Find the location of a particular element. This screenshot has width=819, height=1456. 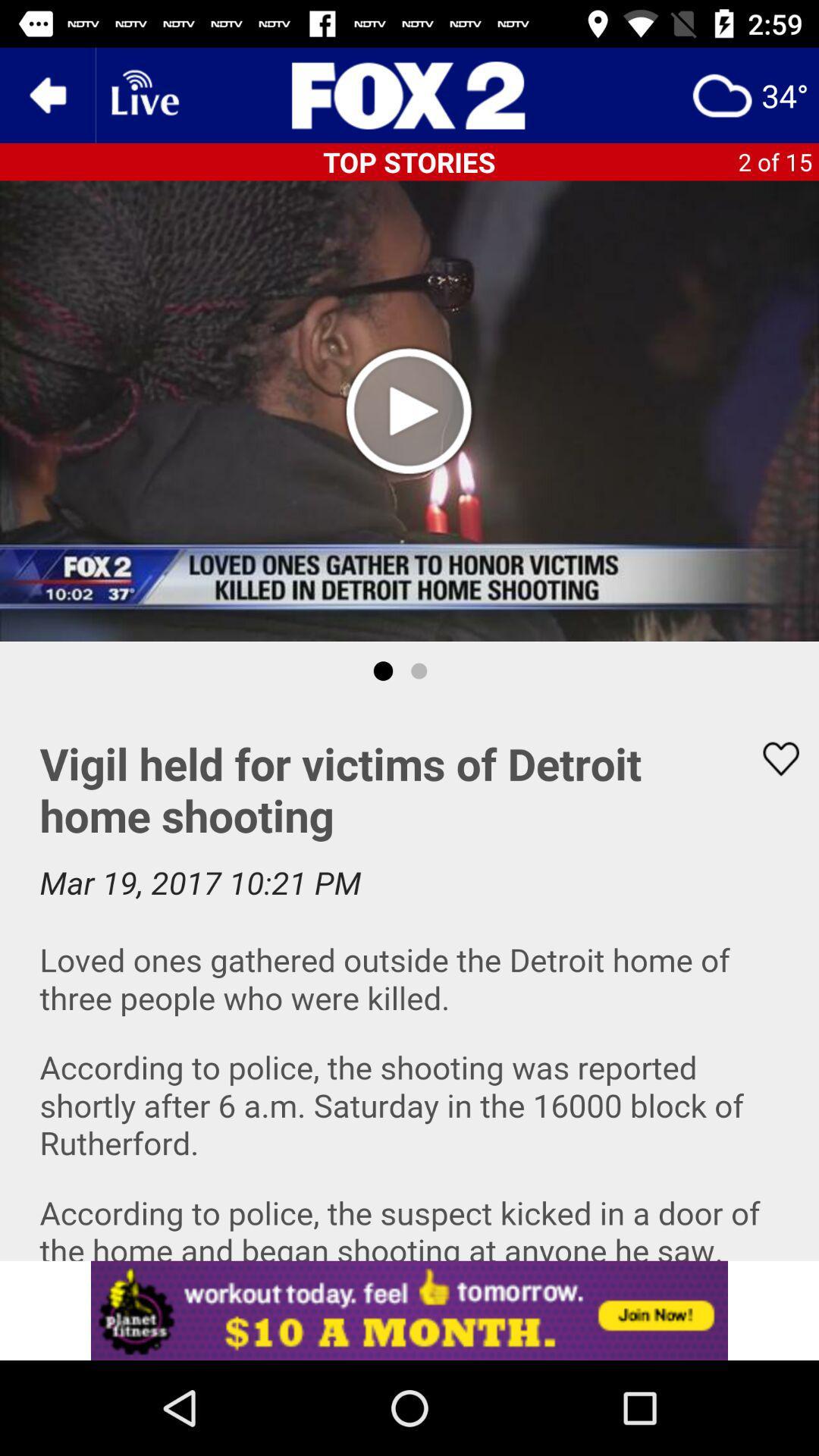

live news is located at coordinates (143, 94).